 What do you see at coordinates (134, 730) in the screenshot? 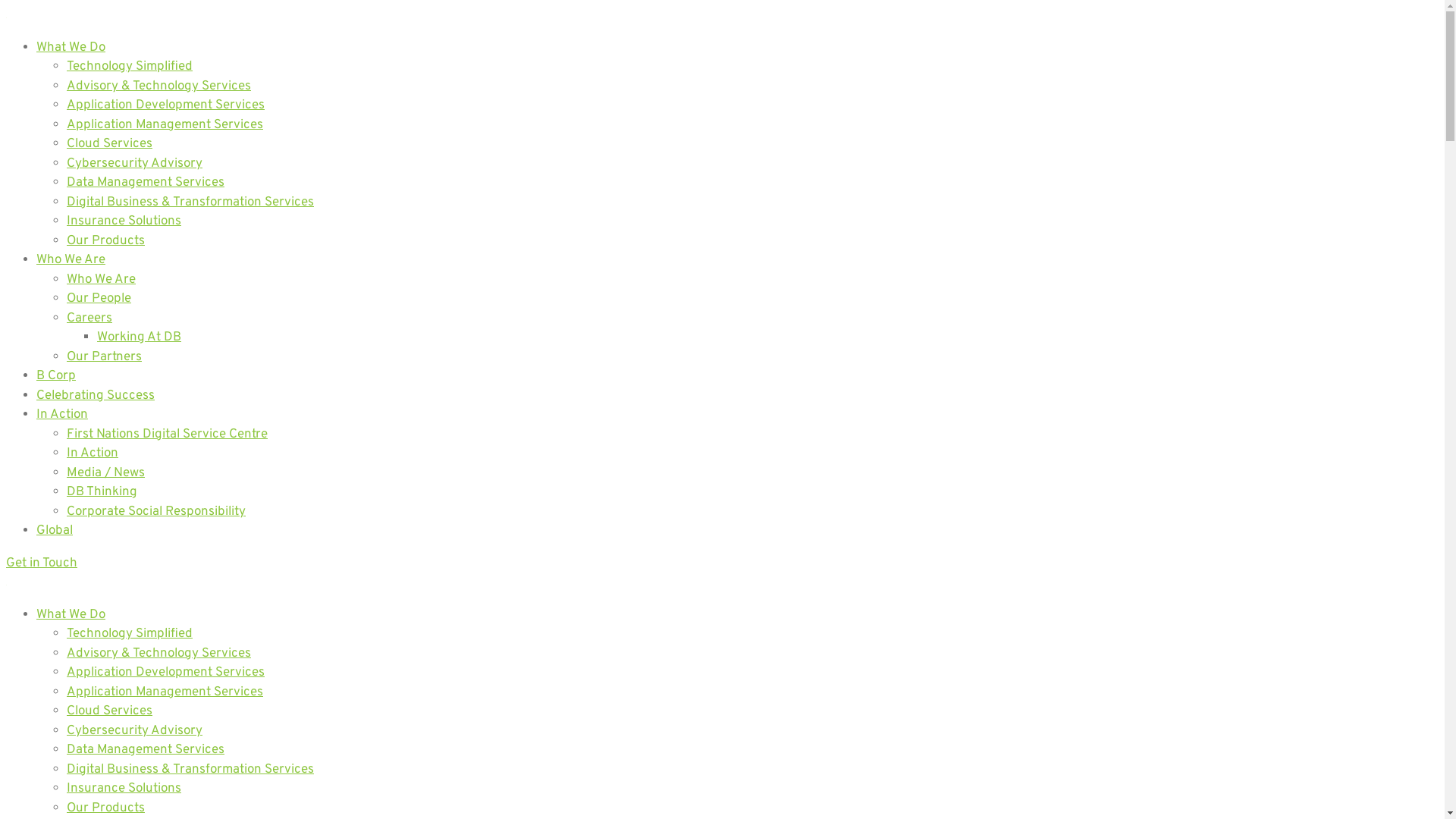
I see `'Cybersecurity Advisory'` at bounding box center [134, 730].